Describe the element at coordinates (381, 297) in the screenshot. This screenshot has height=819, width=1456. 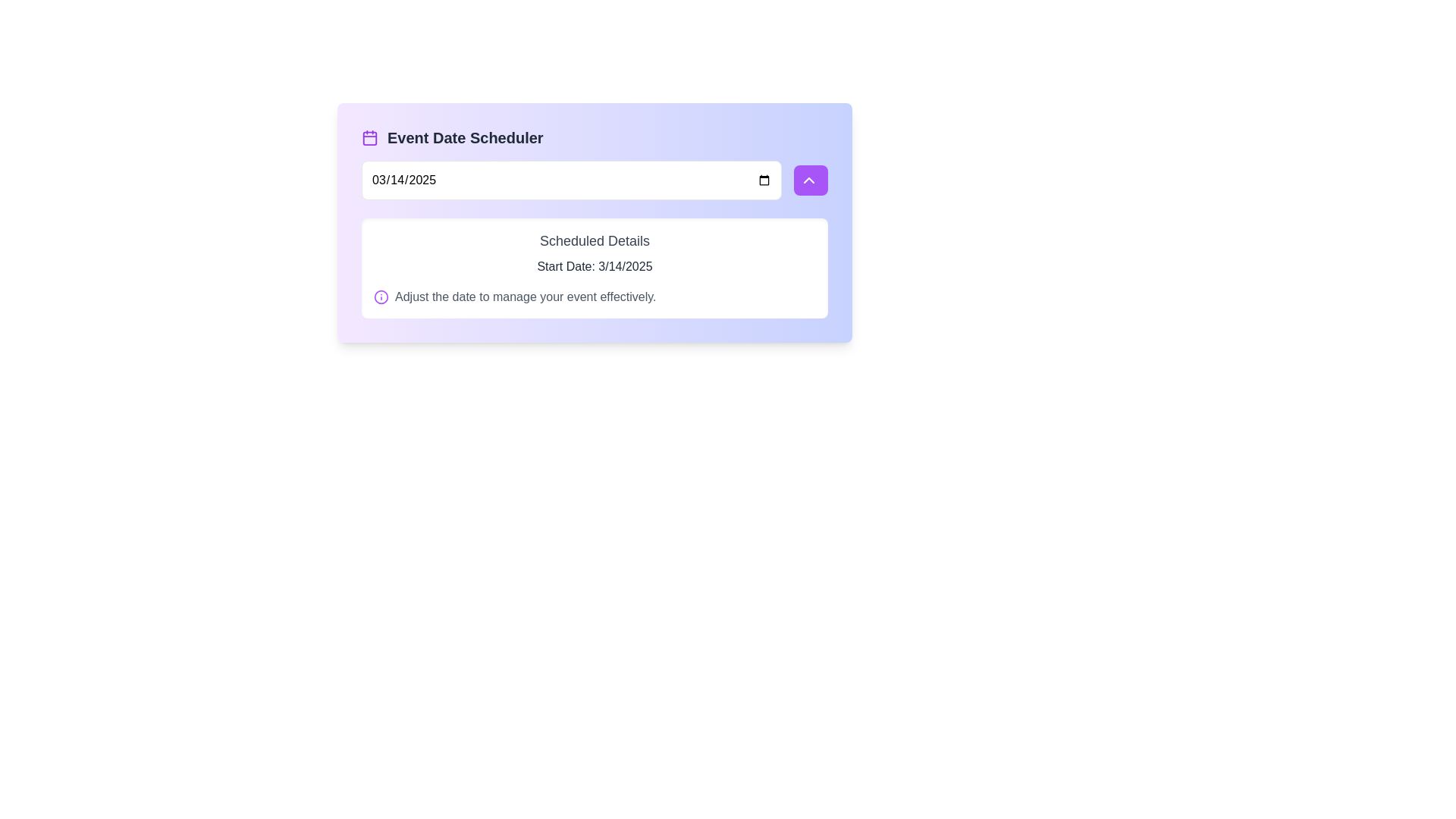
I see `the circular info icon bordered in purple, which features a white background and a central purple exclamation mark, located to the left of the text 'Adjust the date to manage your event effectively.'` at that location.